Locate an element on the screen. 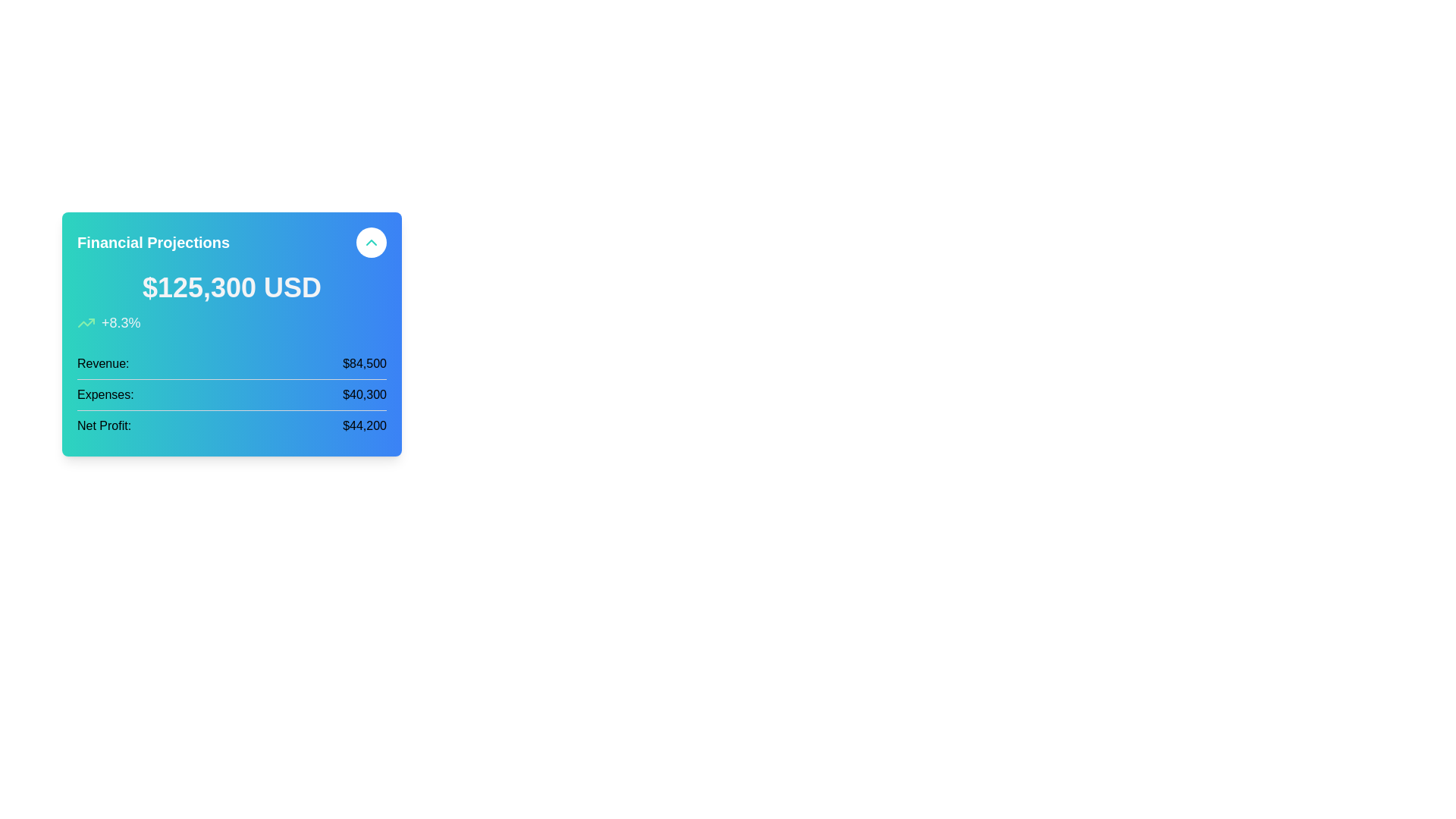 The image size is (1456, 819). the static text label displaying the monetary value '$40,300', which is styled in bold black font against a blue background and aligned to the right of the label 'Expenses:' is located at coordinates (365, 394).